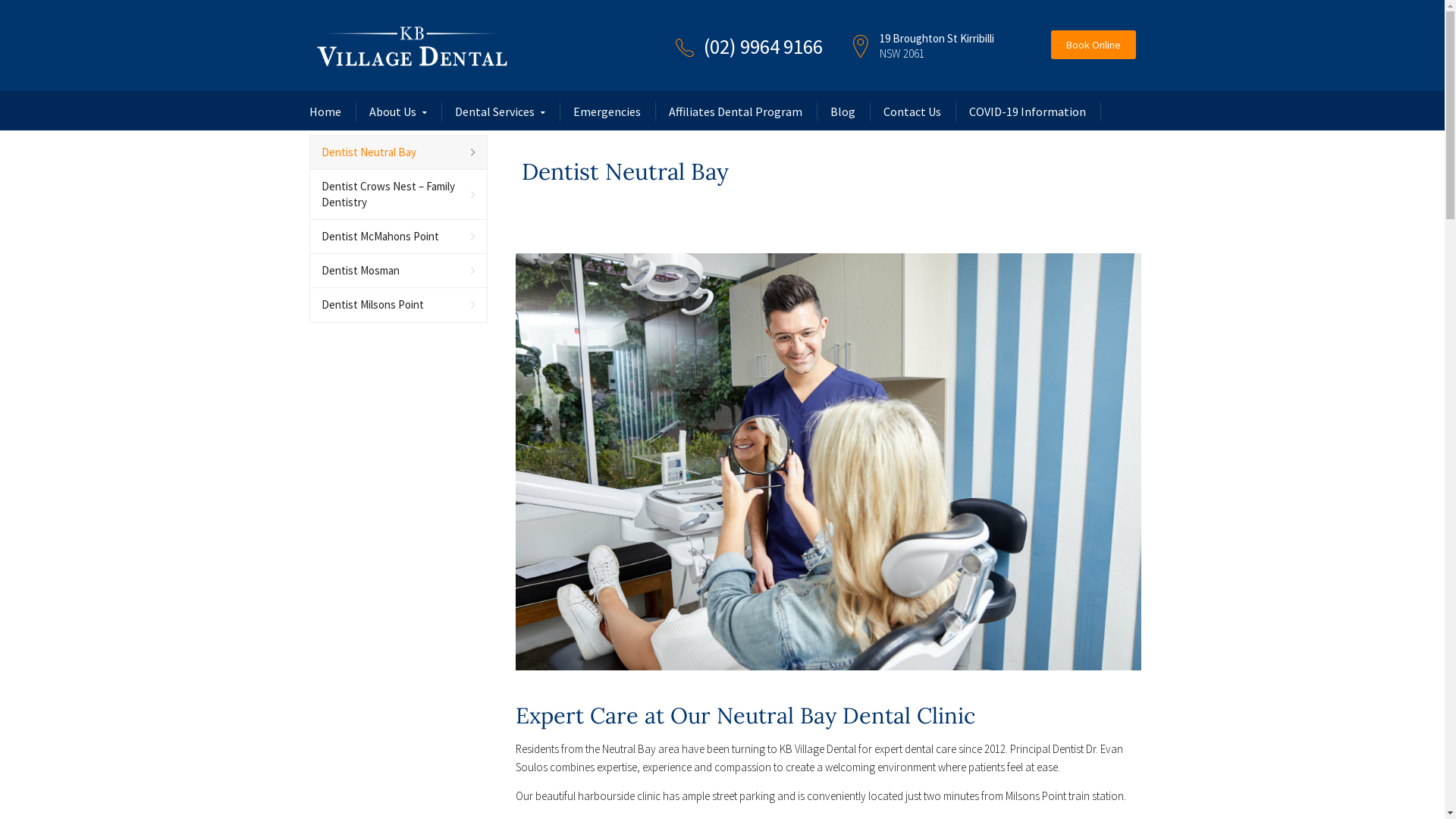 The width and height of the screenshot is (1456, 819). What do you see at coordinates (398, 237) in the screenshot?
I see `'Dentist McMahons Point'` at bounding box center [398, 237].